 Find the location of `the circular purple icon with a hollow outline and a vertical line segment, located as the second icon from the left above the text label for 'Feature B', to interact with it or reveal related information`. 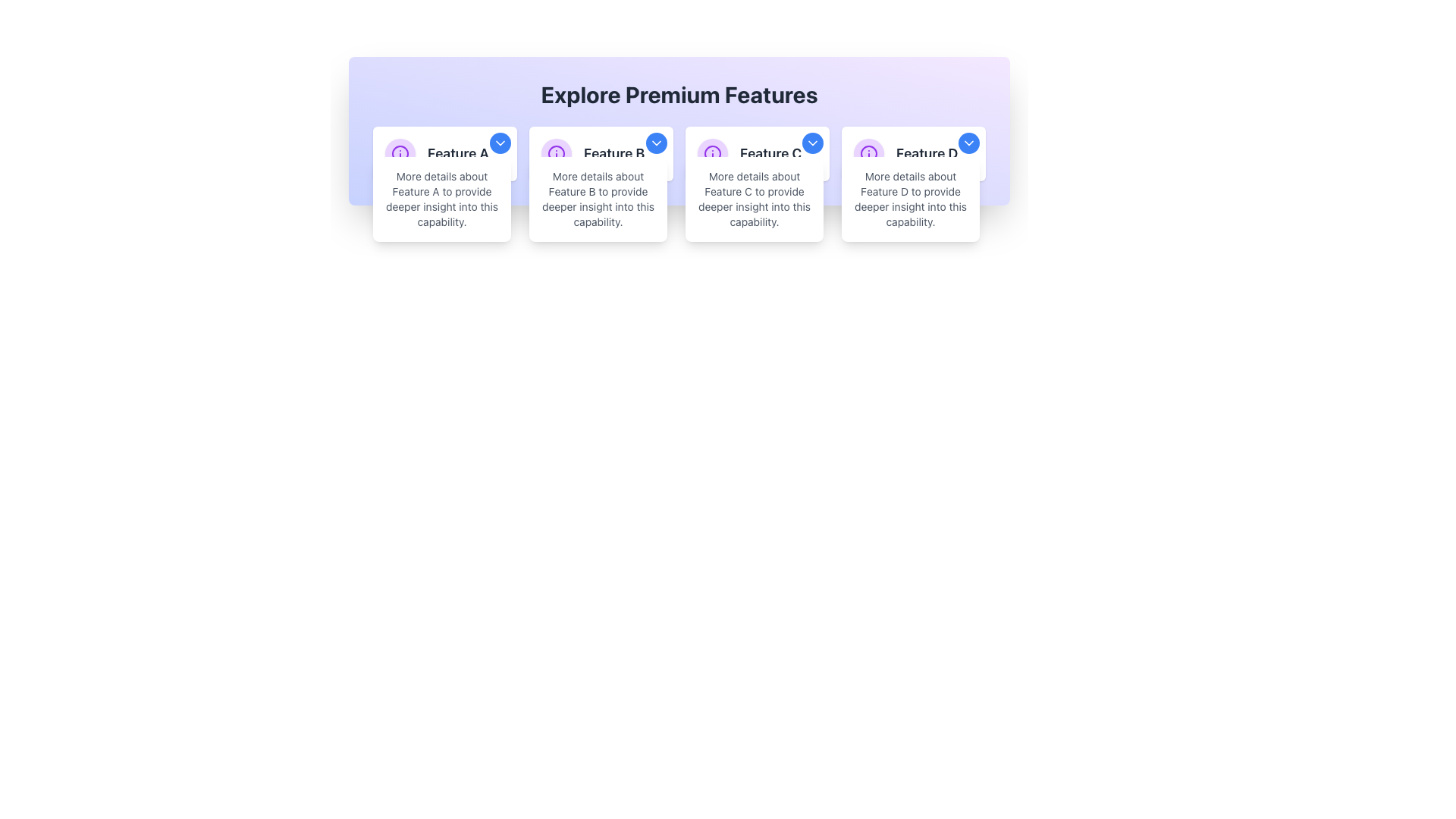

the circular purple icon with a hollow outline and a vertical line segment, located as the second icon from the left above the text label for 'Feature B', to interact with it or reveal related information is located at coordinates (556, 154).